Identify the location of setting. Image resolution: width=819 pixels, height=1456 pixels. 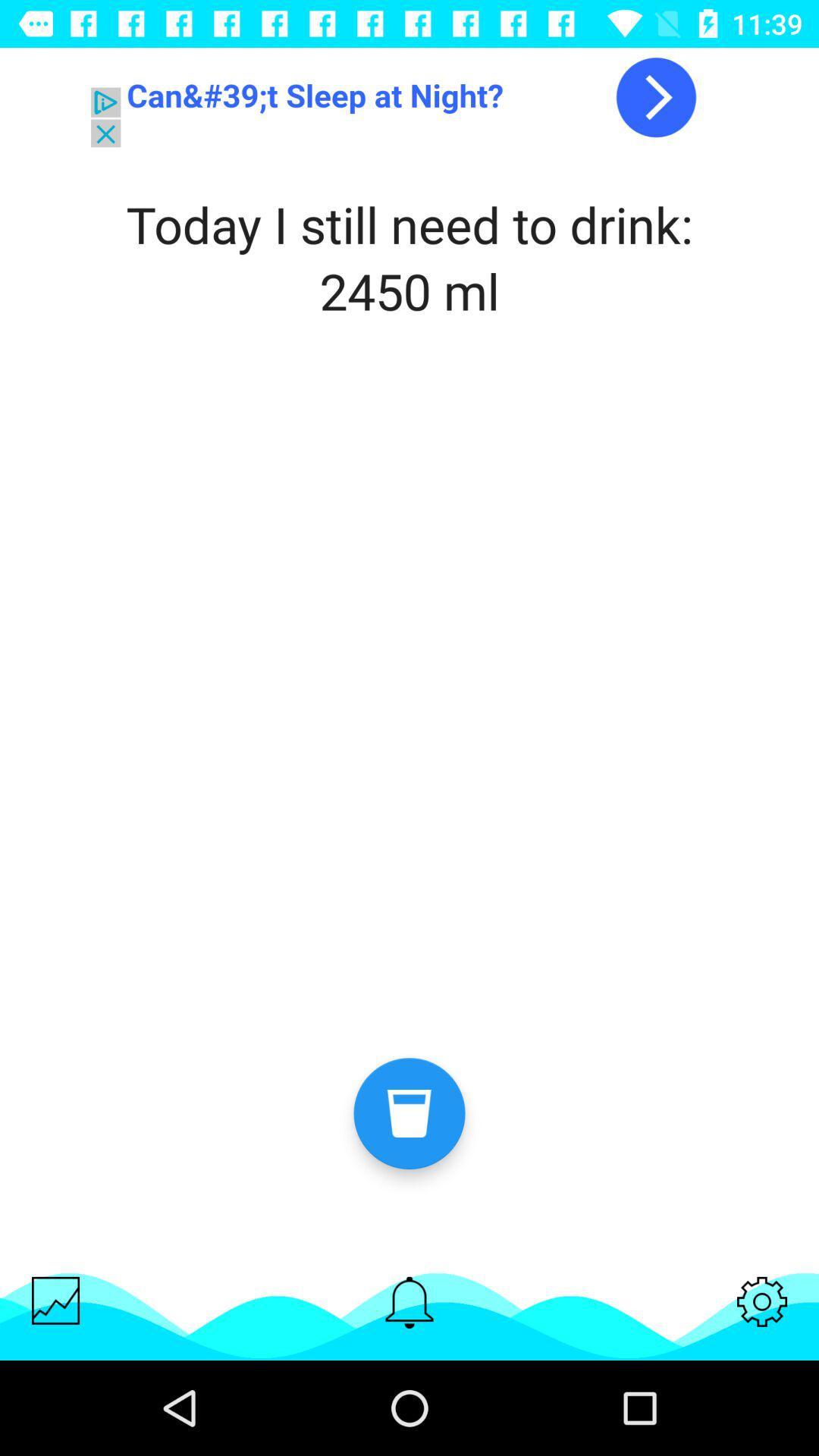
(762, 1301).